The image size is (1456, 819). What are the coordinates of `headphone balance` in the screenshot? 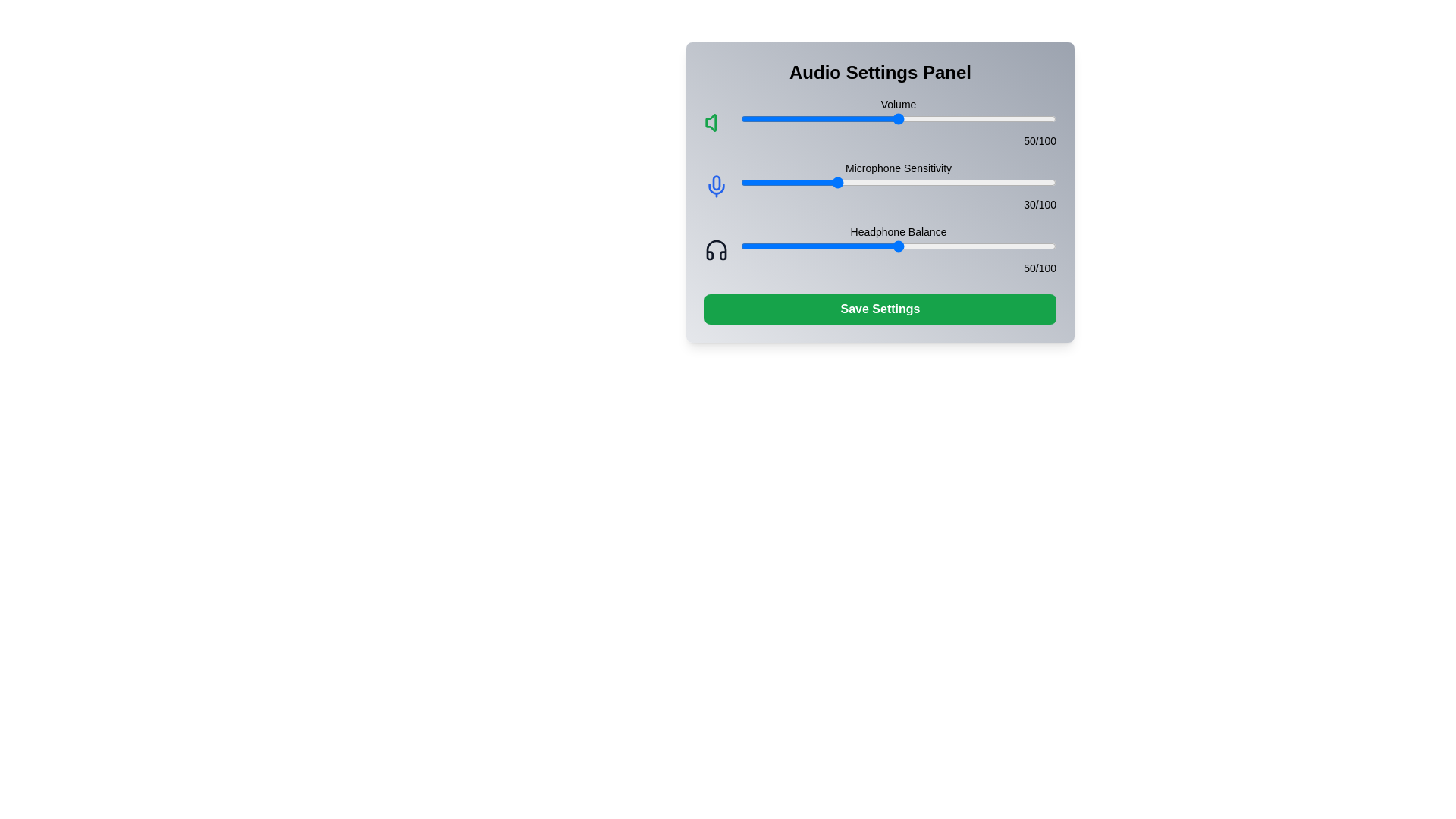 It's located at (828, 245).